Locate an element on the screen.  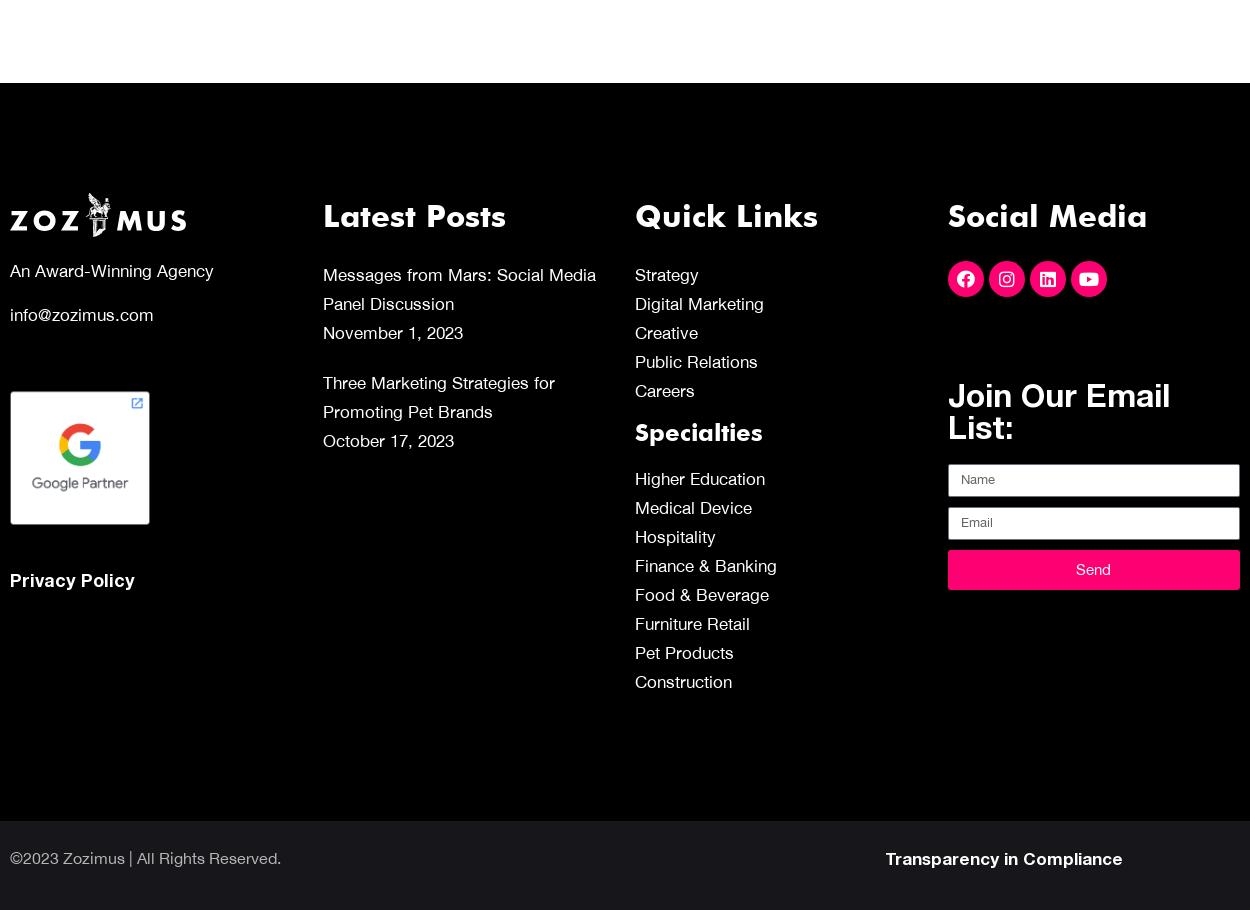
'Careers' is located at coordinates (635, 390).